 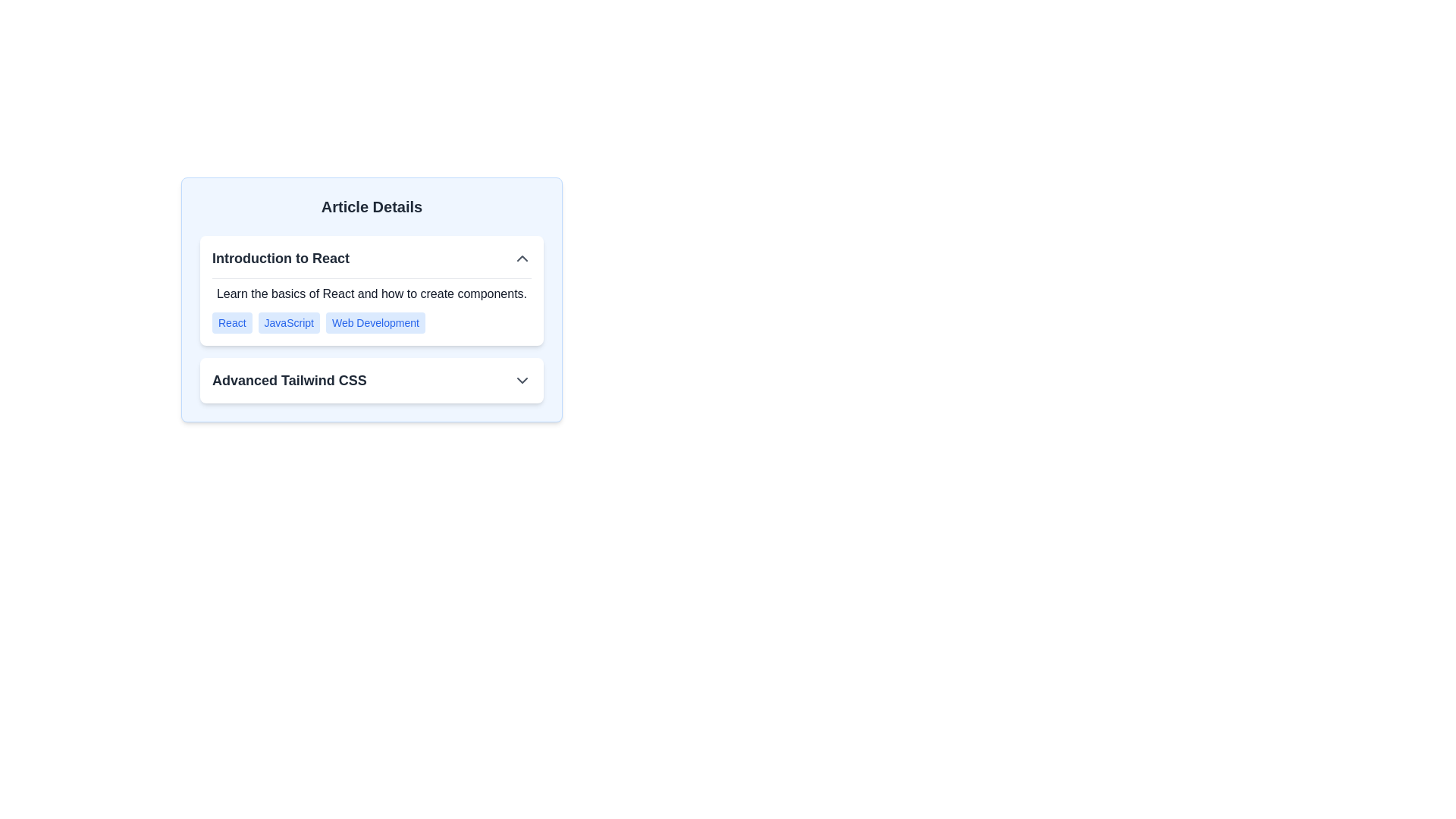 I want to click on the article preview card titled 'Introduction to React' located in the 'Article Details' section, positioned above the 'Advanced Tailwind CSS' card, so click(x=372, y=290).